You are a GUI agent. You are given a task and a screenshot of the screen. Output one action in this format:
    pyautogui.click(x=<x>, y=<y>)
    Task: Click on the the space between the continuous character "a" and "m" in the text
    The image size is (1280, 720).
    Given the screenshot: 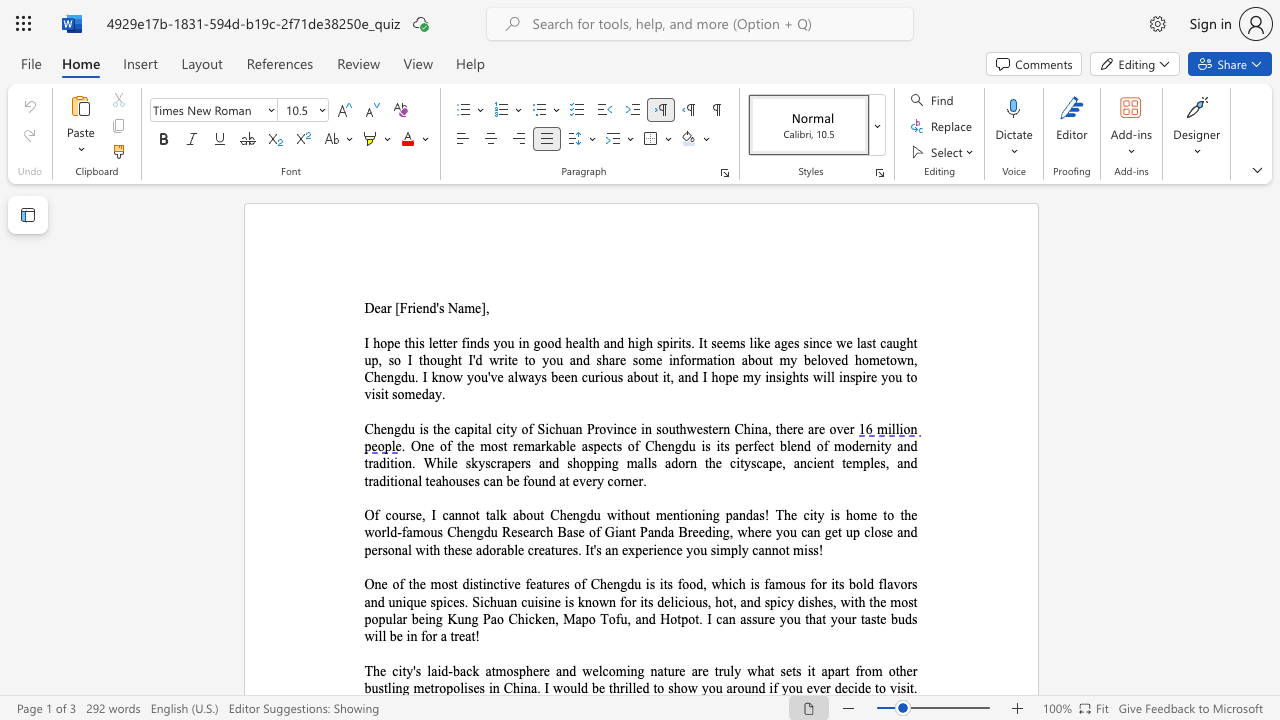 What is the action you would take?
    pyautogui.click(x=412, y=531)
    